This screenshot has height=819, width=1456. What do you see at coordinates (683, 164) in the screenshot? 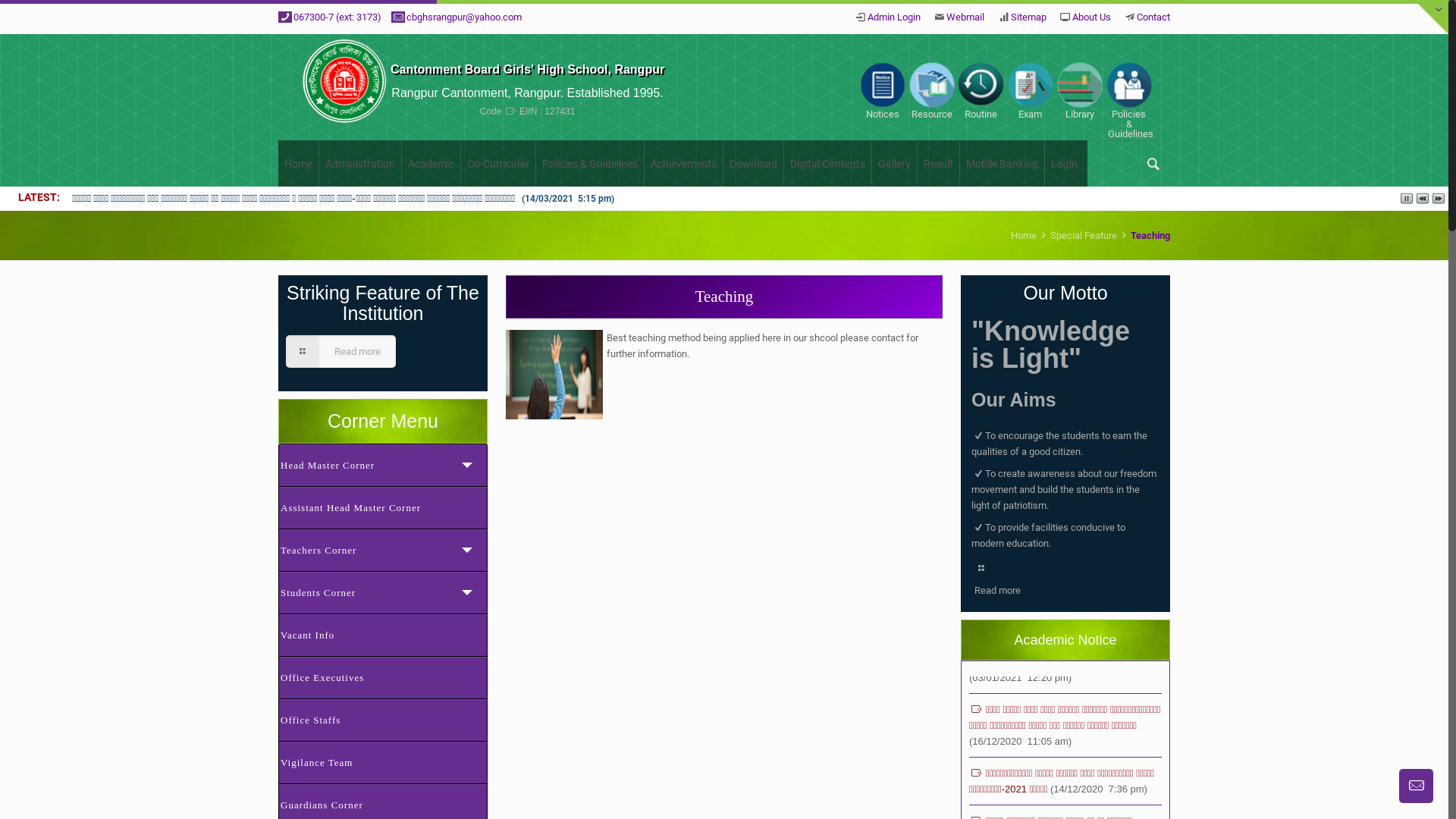
I see `'Achievements'` at bounding box center [683, 164].